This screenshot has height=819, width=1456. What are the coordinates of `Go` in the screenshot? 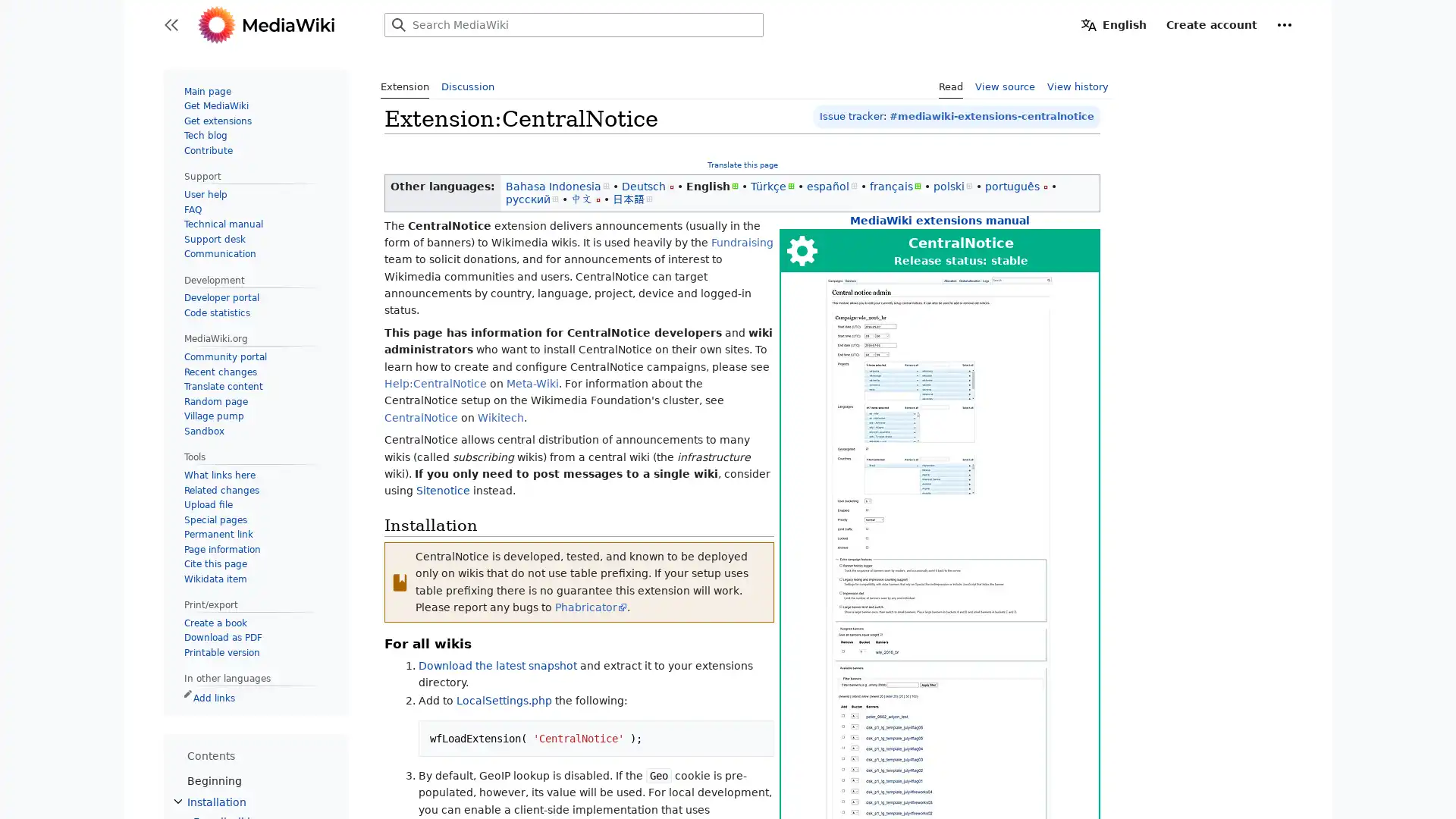 It's located at (399, 25).